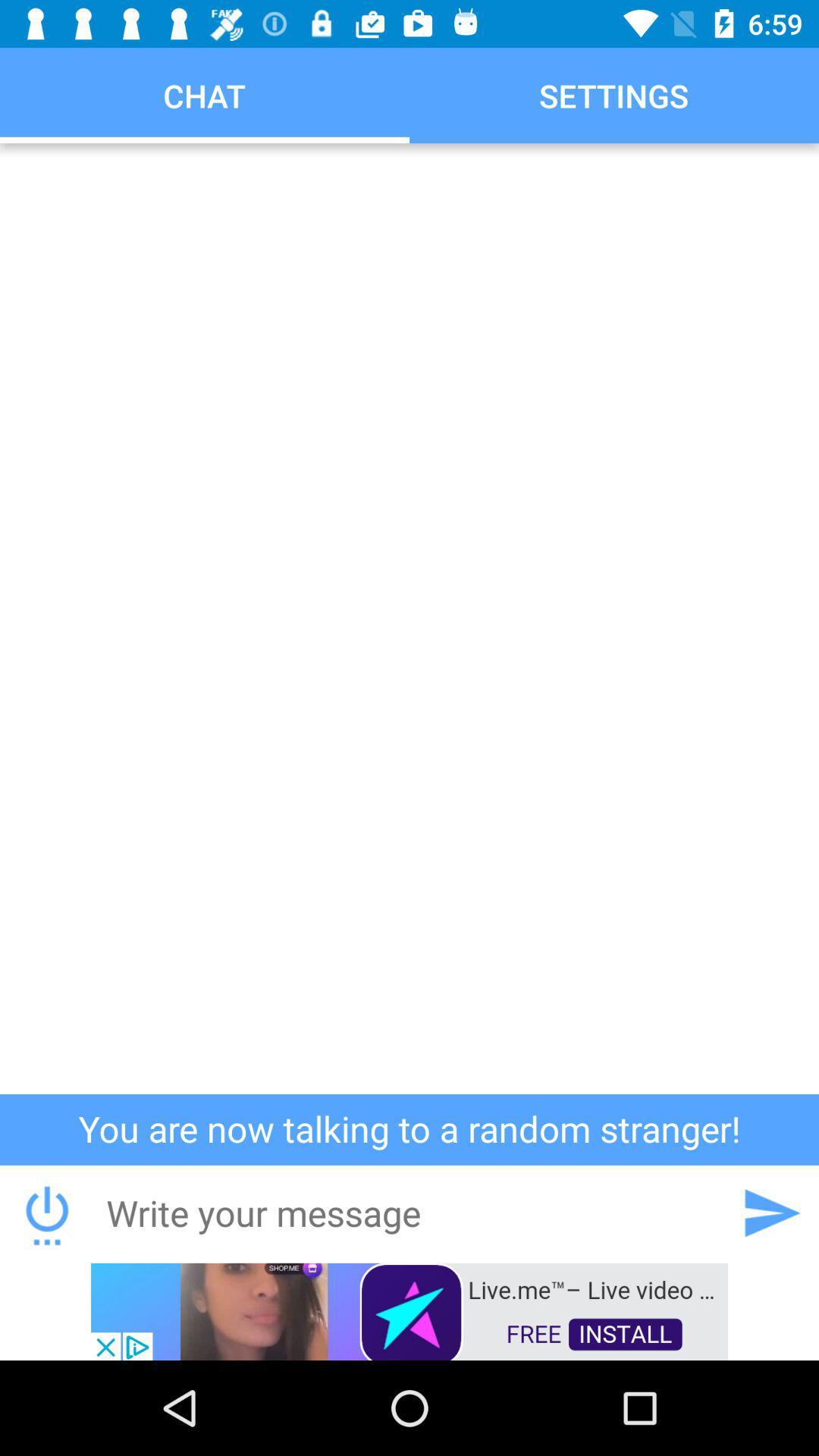  What do you see at coordinates (771, 1212) in the screenshot?
I see `next` at bounding box center [771, 1212].